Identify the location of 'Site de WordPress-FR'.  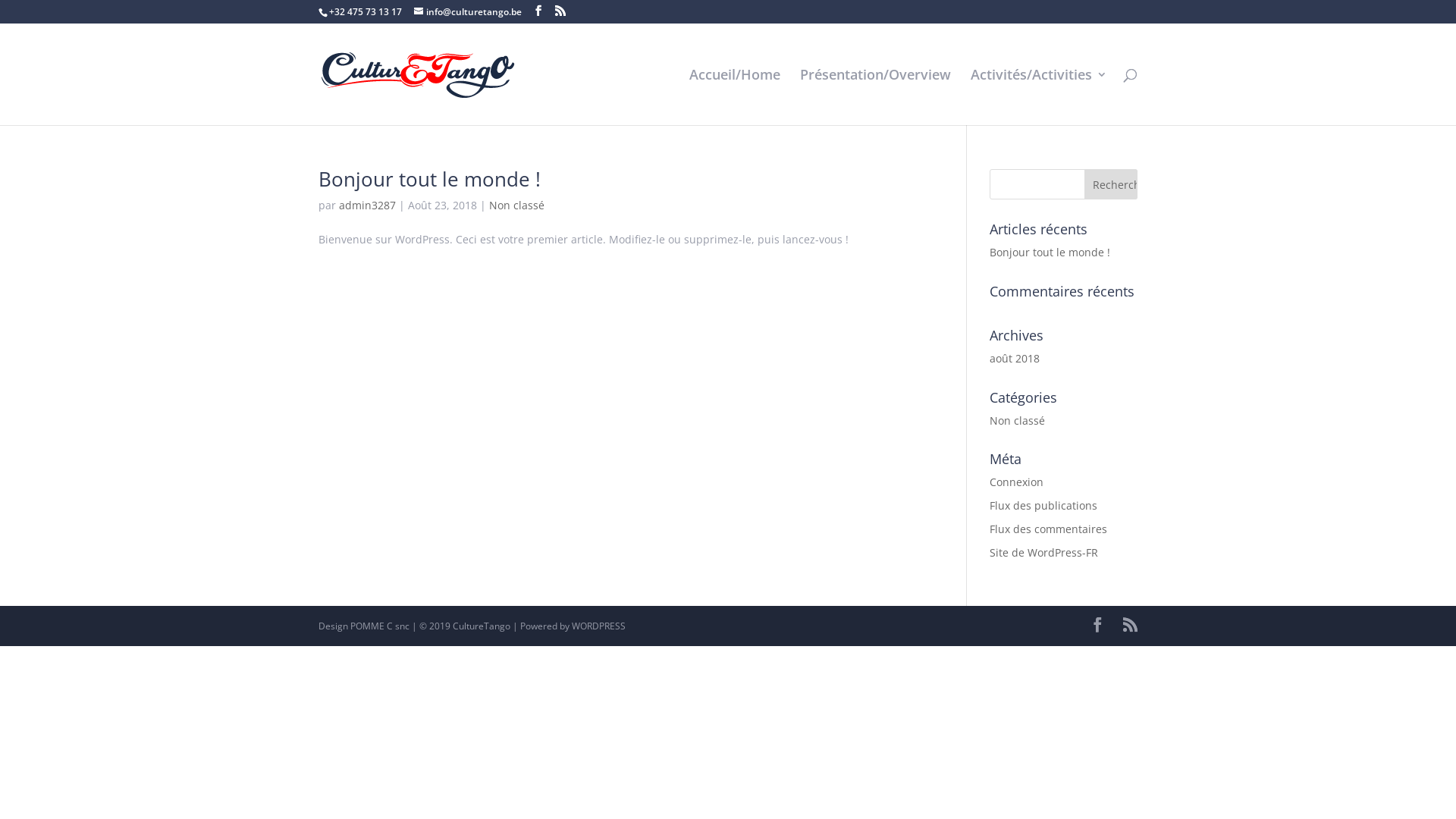
(990, 552).